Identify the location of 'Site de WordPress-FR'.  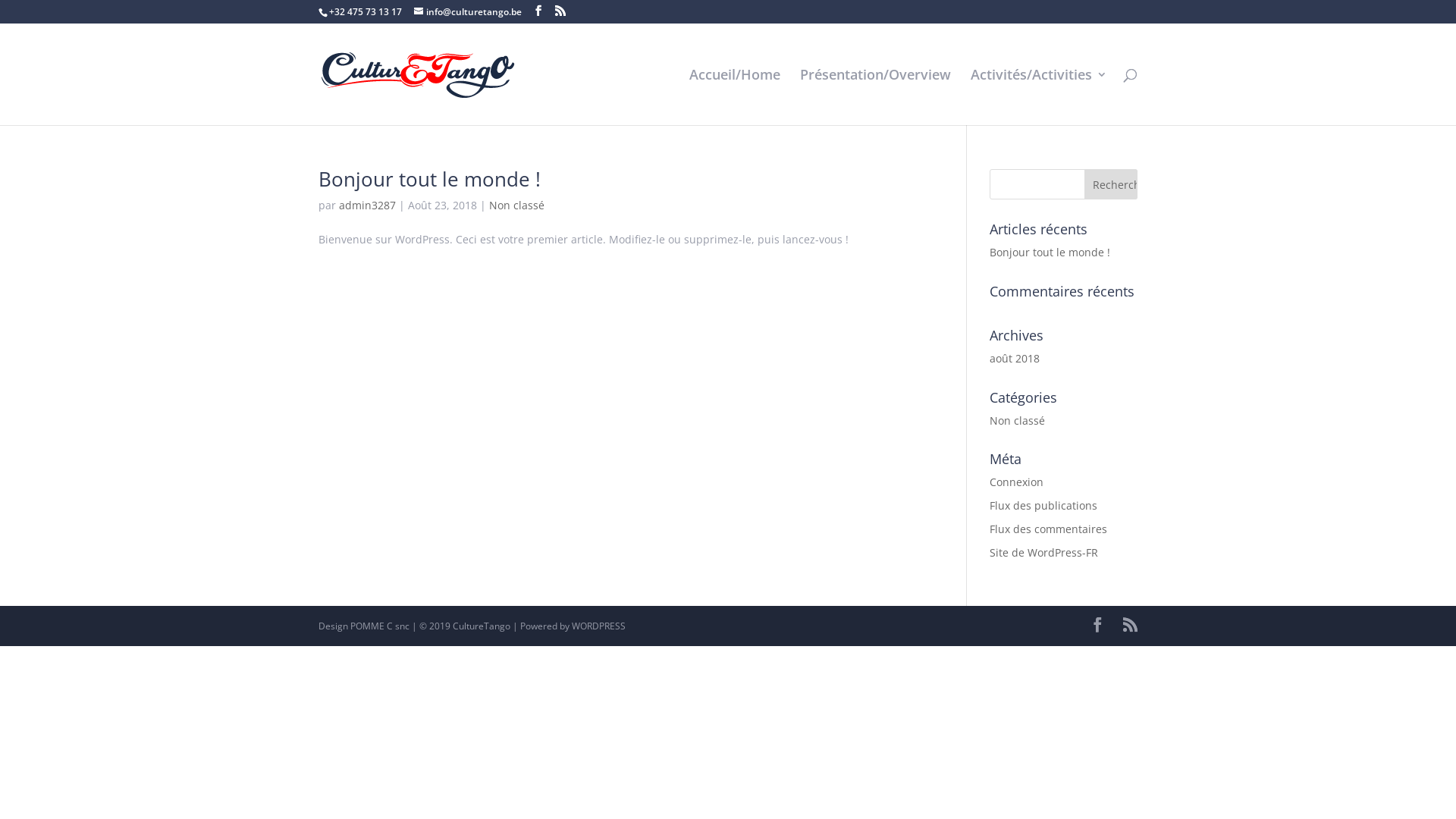
(990, 552).